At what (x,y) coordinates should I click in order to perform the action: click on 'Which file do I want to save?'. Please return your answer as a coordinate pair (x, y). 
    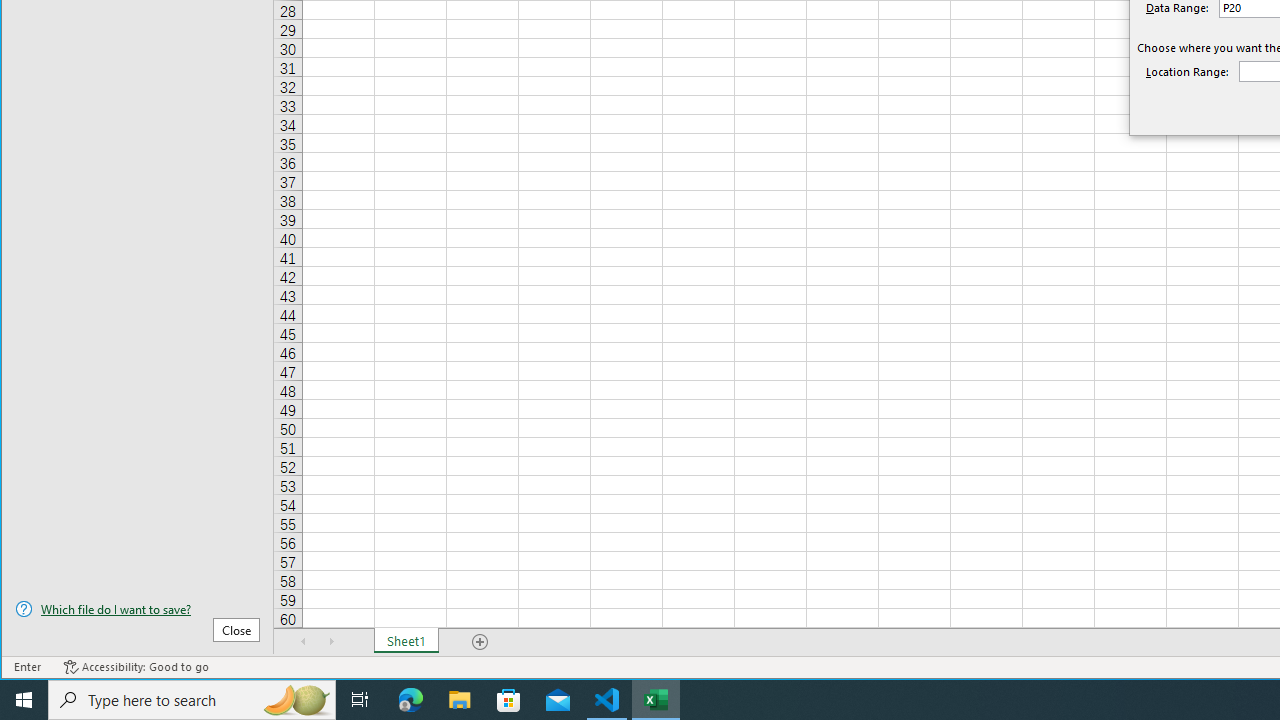
    Looking at the image, I should click on (136, 608).